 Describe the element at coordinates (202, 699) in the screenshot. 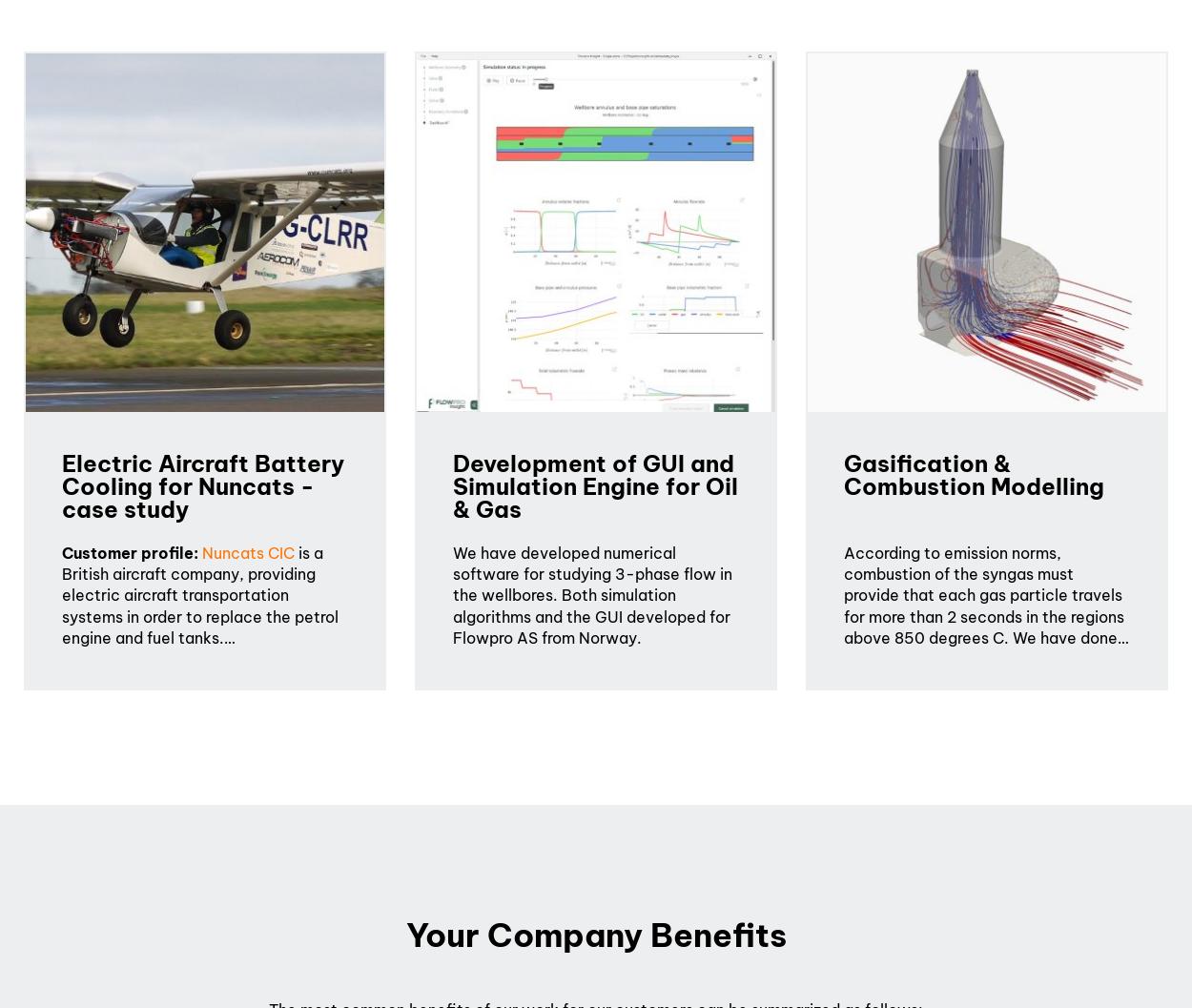

I see `'The electric aircrafts designed and built by Nuncats are based on batteries, supported by solar charging stations on the ground.'` at that location.